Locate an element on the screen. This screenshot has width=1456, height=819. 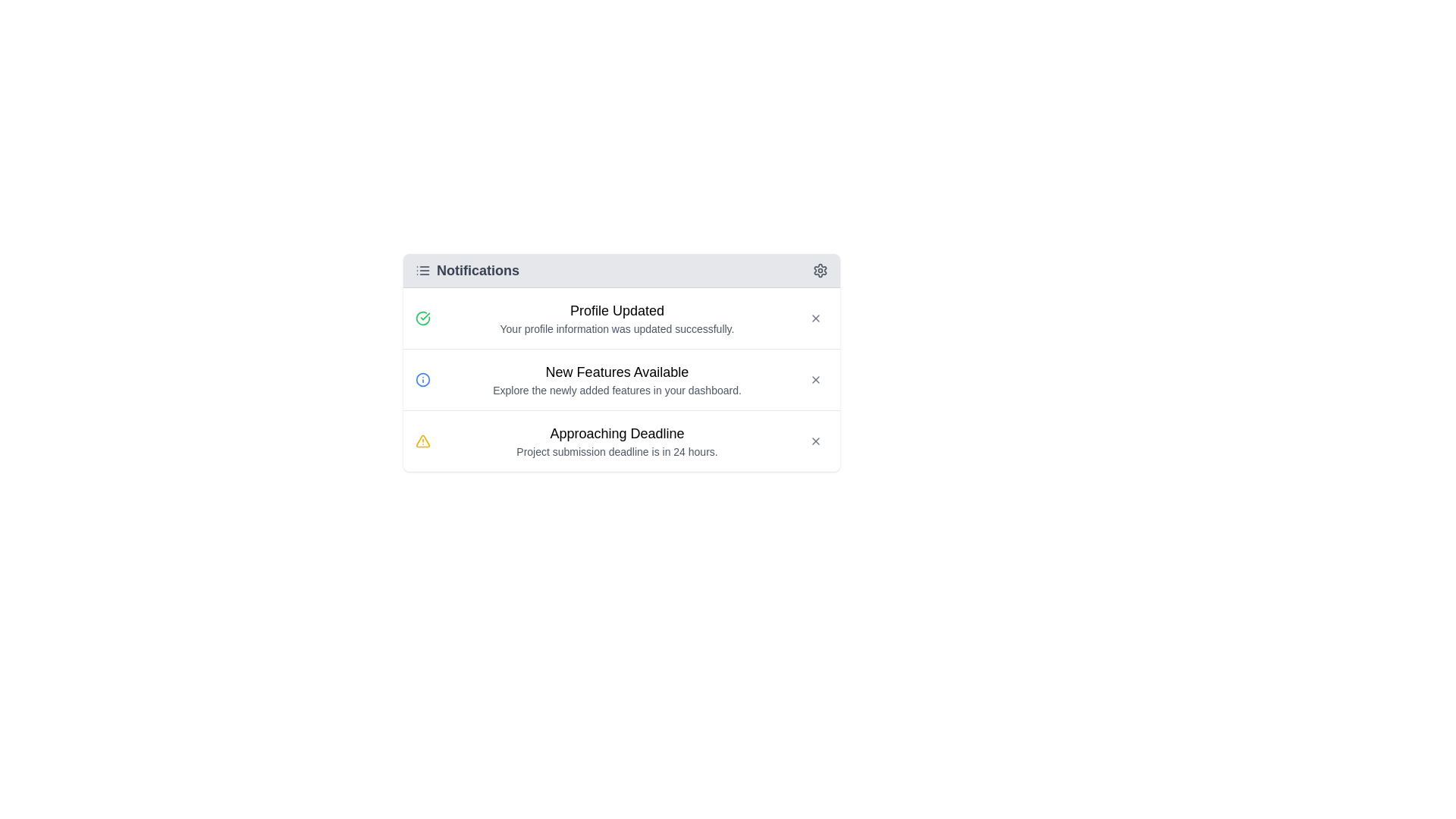
the cogwheel-shaped icon in the top-right corner of the notification panel is located at coordinates (819, 270).